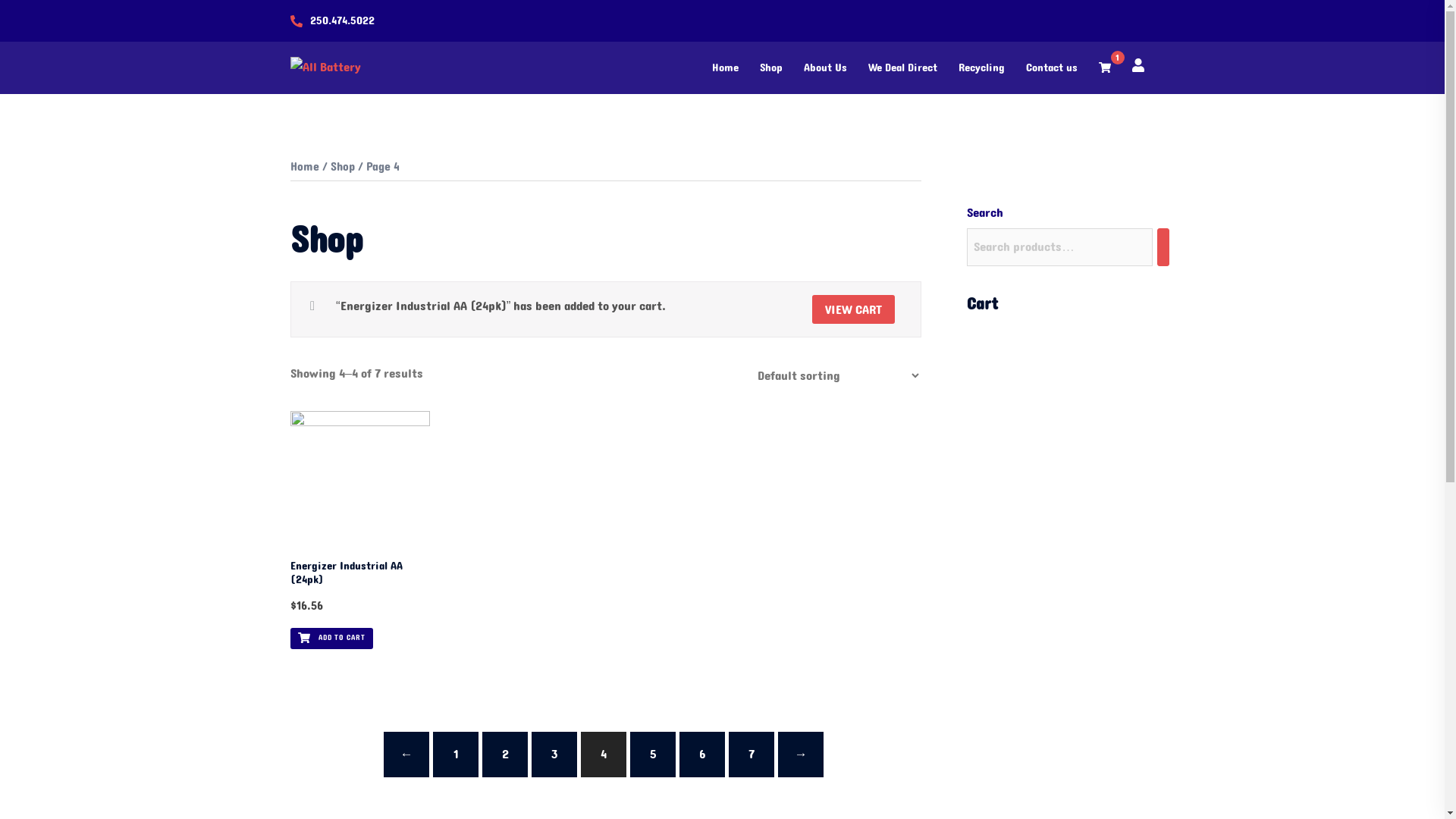  What do you see at coordinates (330, 638) in the screenshot?
I see `'ADD TO CART'` at bounding box center [330, 638].